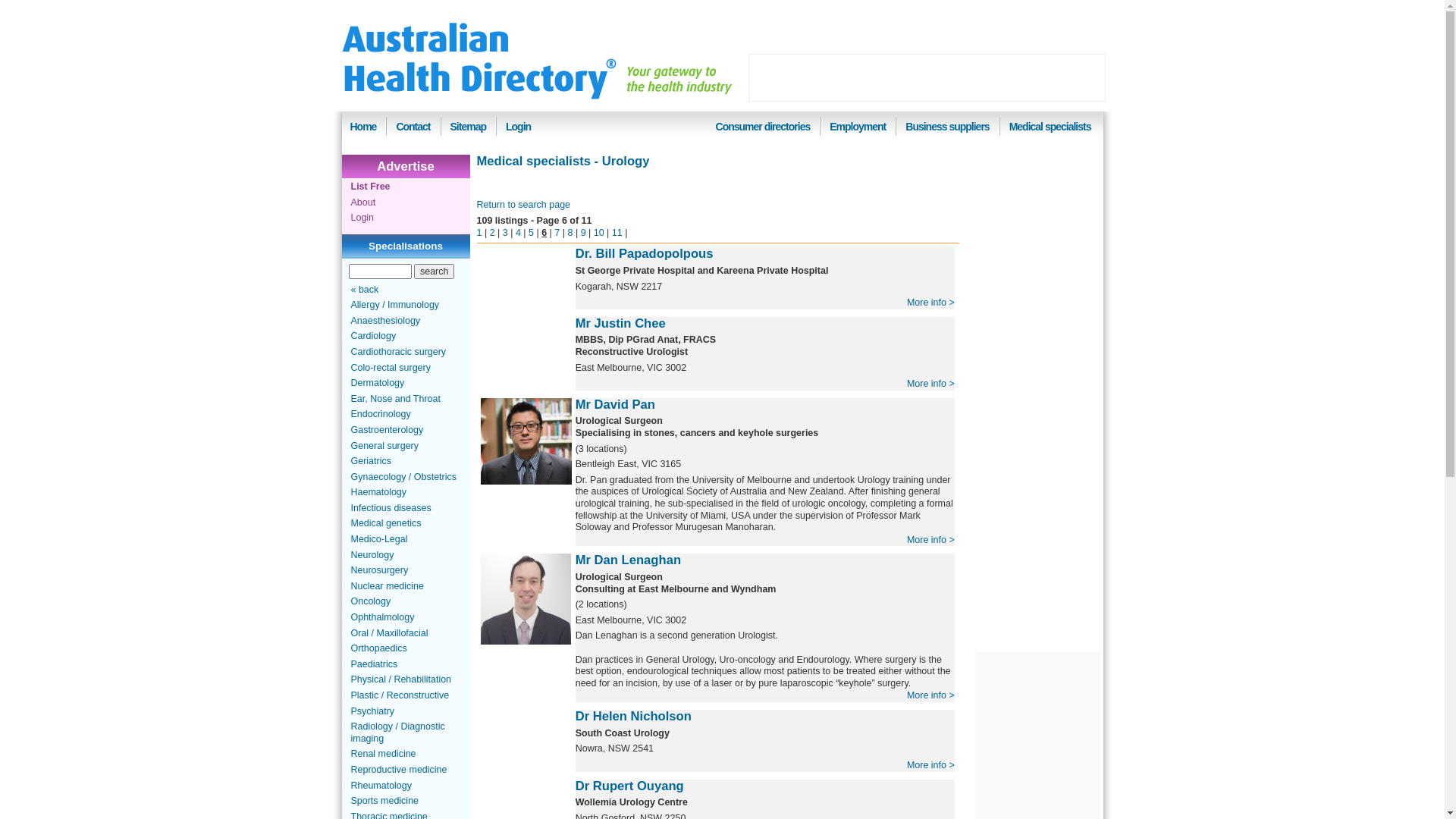 This screenshot has height=819, width=1456. Describe the element at coordinates (378, 648) in the screenshot. I see `'Orthopaedics'` at that location.